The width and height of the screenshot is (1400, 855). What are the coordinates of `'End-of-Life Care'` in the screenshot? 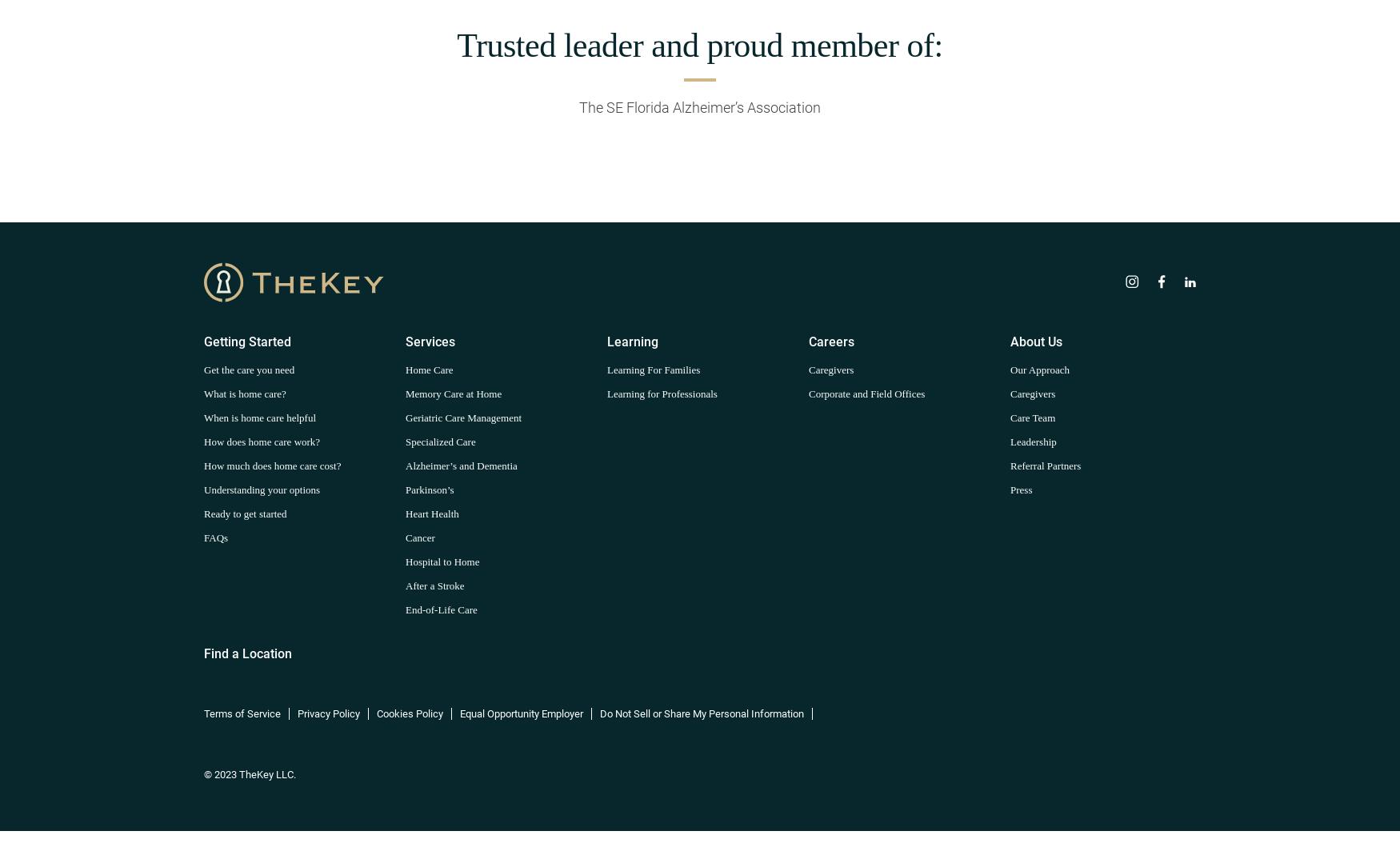 It's located at (440, 609).